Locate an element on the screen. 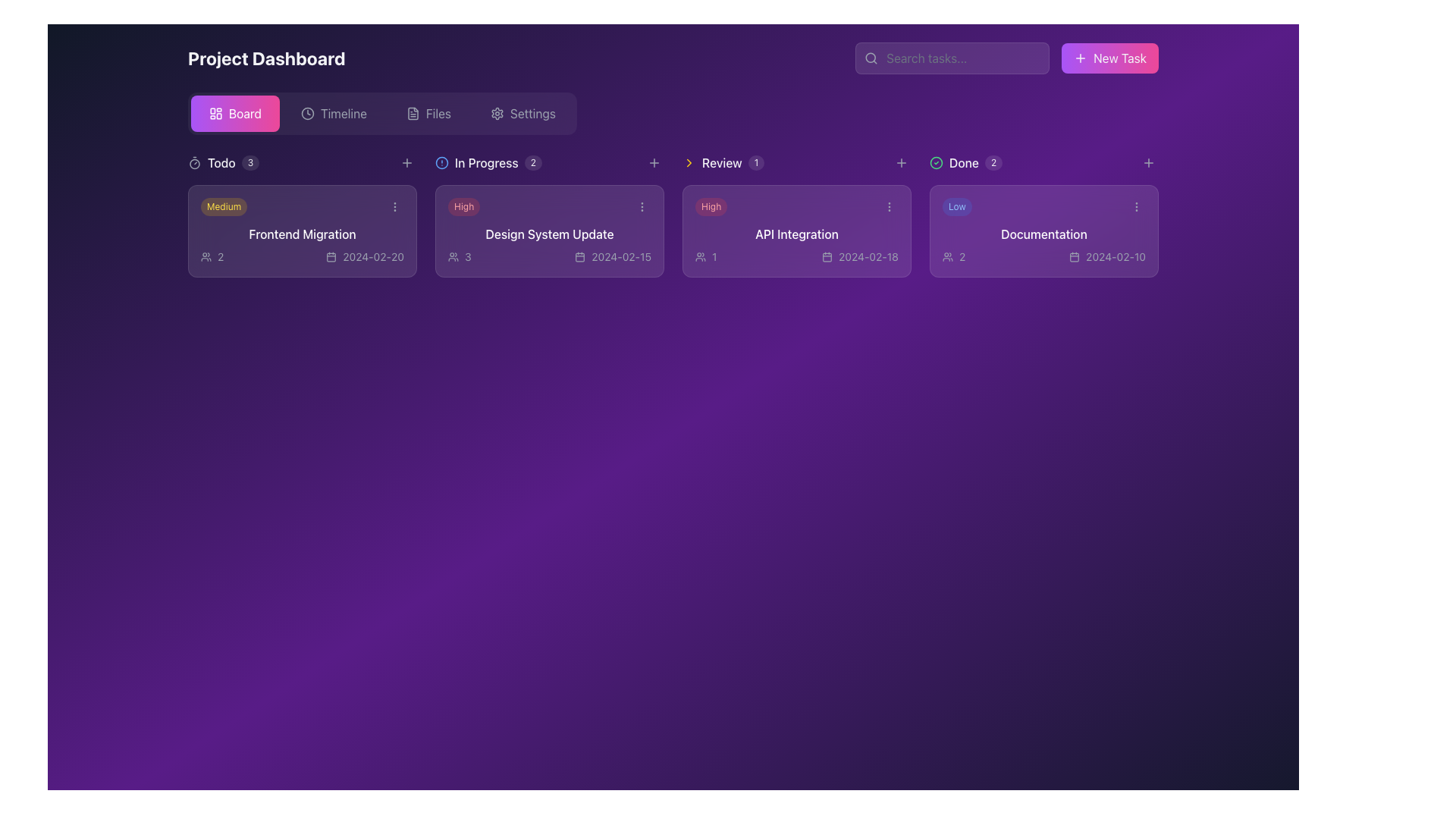  the text label reading 'Frontend Migration', which is styled in white color with a medium-sized, bold font, located in the 'To Do' section of a kanban-style board is located at coordinates (302, 234).